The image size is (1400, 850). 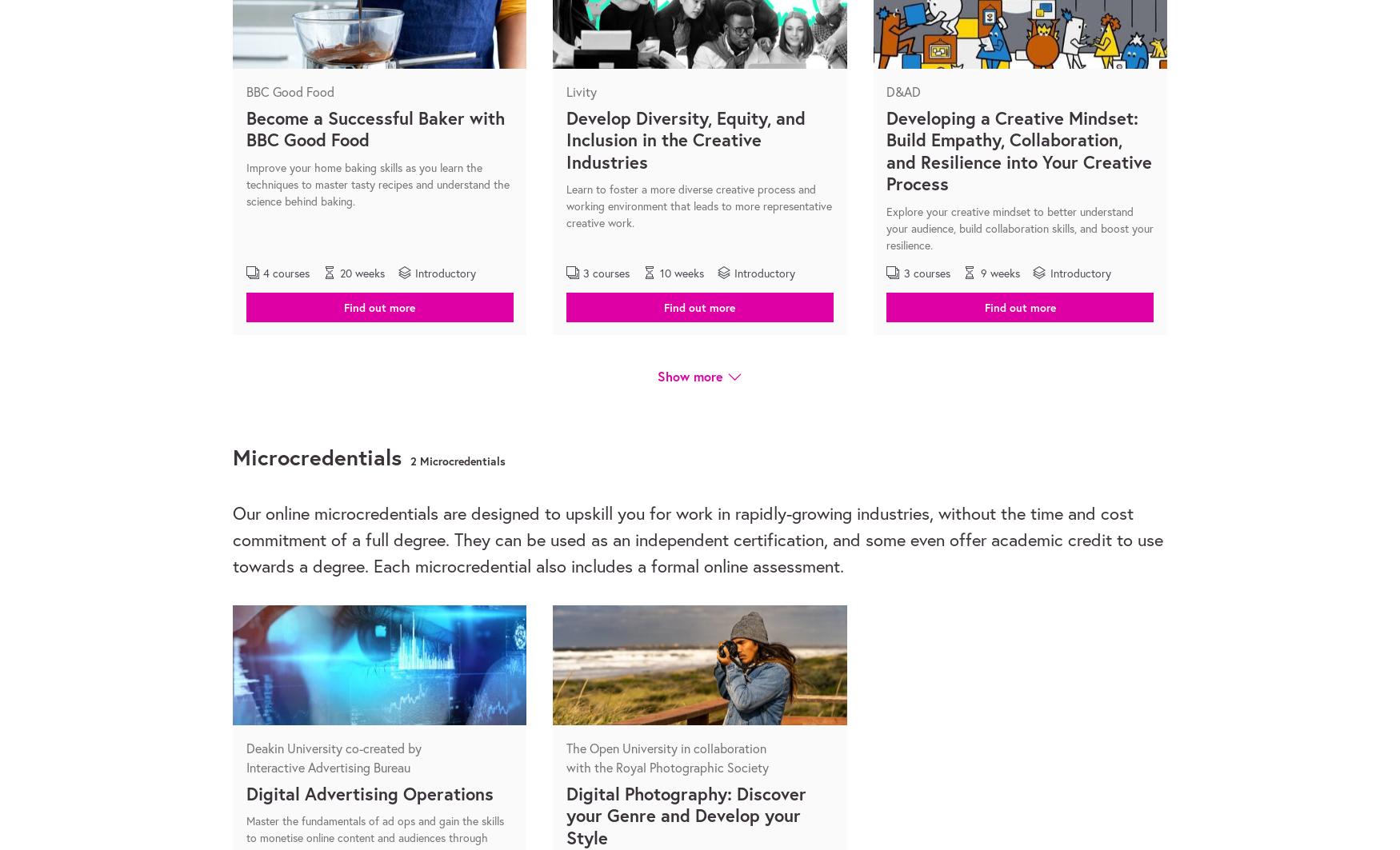 What do you see at coordinates (377, 183) in the screenshot?
I see `'Improve your home baking skills as you learn the techniques to master tasty recipes and understand the science behind baking.'` at bounding box center [377, 183].